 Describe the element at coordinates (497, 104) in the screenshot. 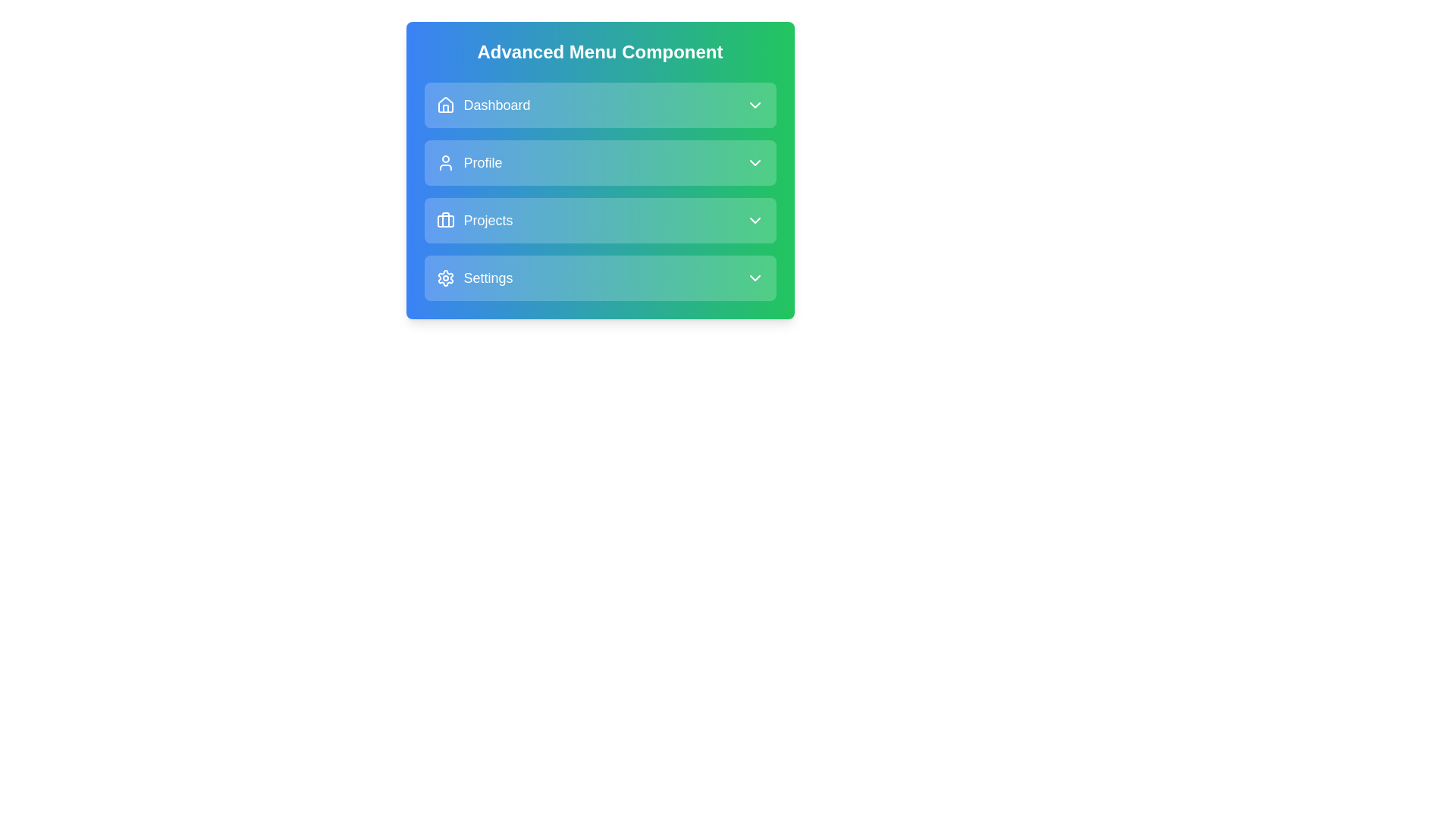

I see `the 'Dashboard' text label in the 'Advanced Menu Component', which is the first menu option aligned to the right of the house icon` at that location.